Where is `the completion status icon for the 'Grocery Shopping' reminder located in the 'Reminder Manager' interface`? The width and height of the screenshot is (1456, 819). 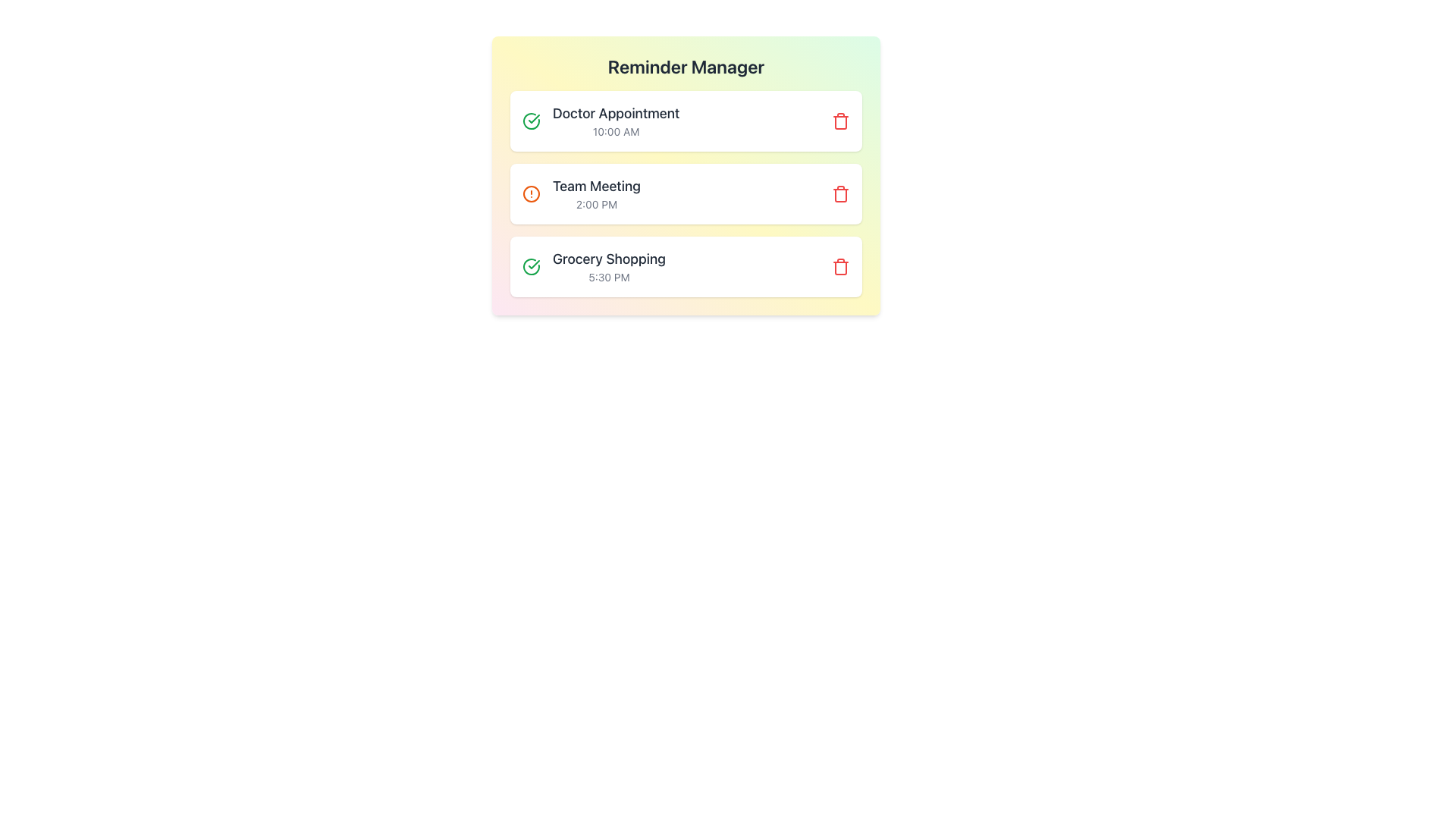
the completion status icon for the 'Grocery Shopping' reminder located in the 'Reminder Manager' interface is located at coordinates (534, 118).